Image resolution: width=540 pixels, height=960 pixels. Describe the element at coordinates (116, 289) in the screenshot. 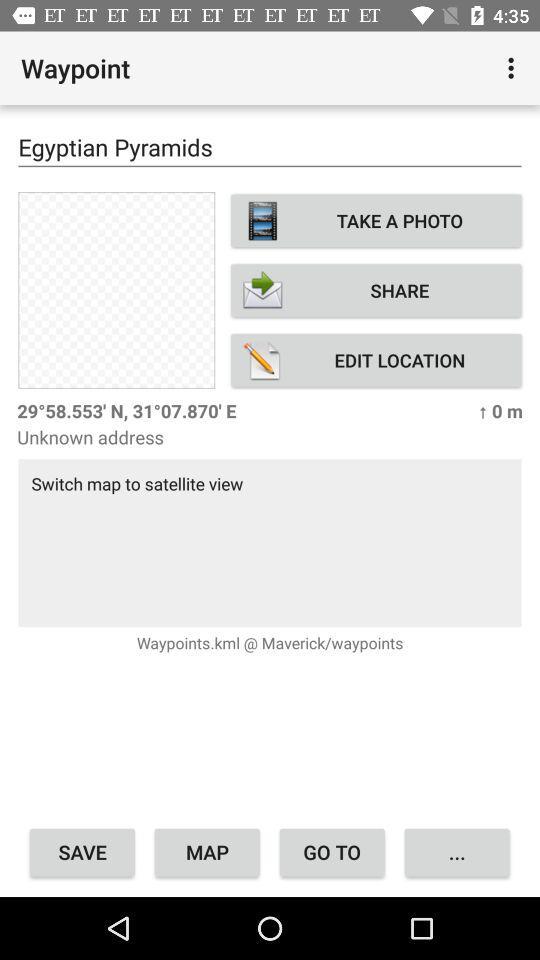

I see `the item below egyptian pyramids` at that location.